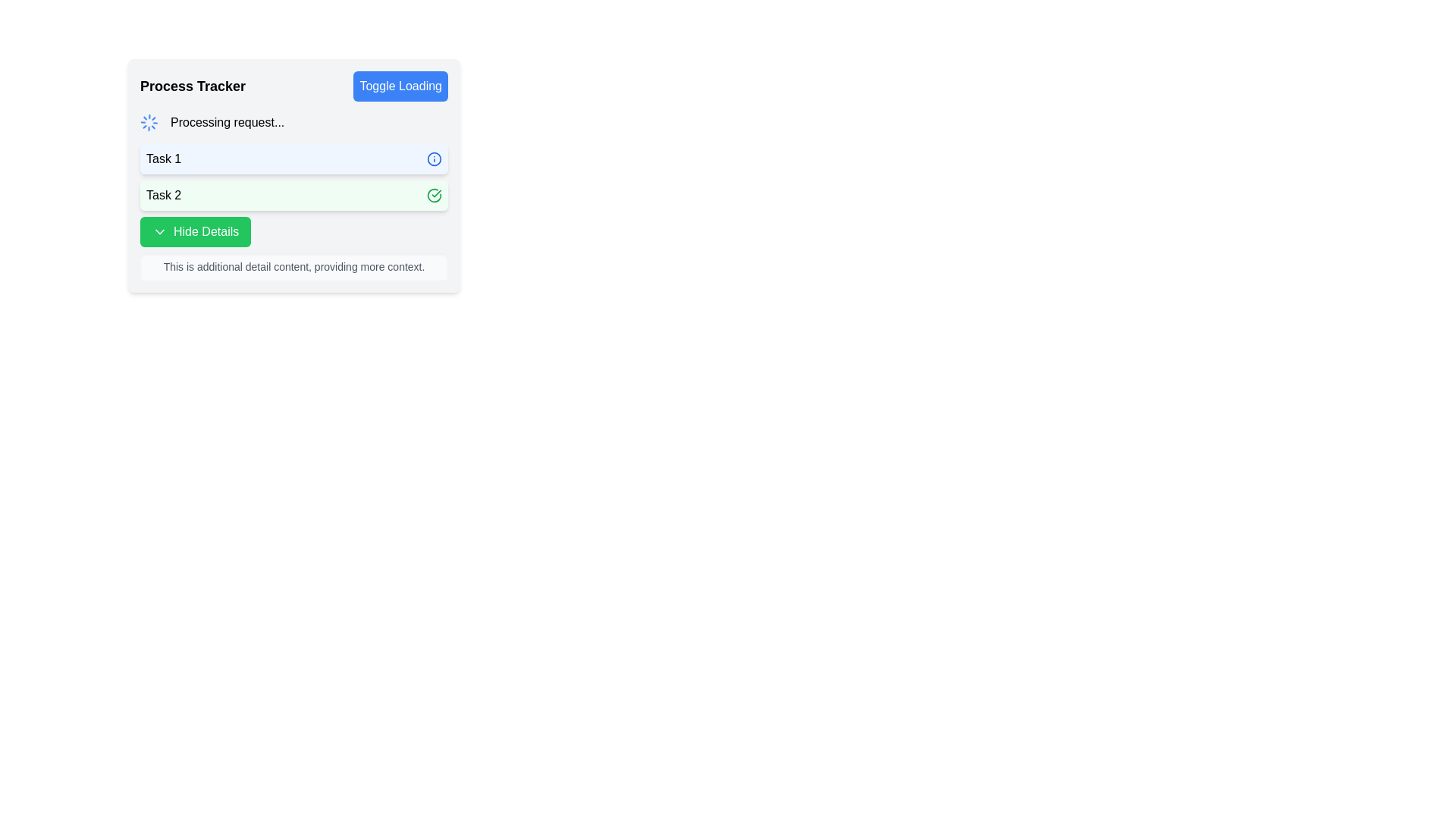 This screenshot has height=819, width=1456. I want to click on the blue circular loading spinner icon with a dotted design, located to the left of the text 'Processing request...' in the 'Process Tracker' section, so click(149, 122).